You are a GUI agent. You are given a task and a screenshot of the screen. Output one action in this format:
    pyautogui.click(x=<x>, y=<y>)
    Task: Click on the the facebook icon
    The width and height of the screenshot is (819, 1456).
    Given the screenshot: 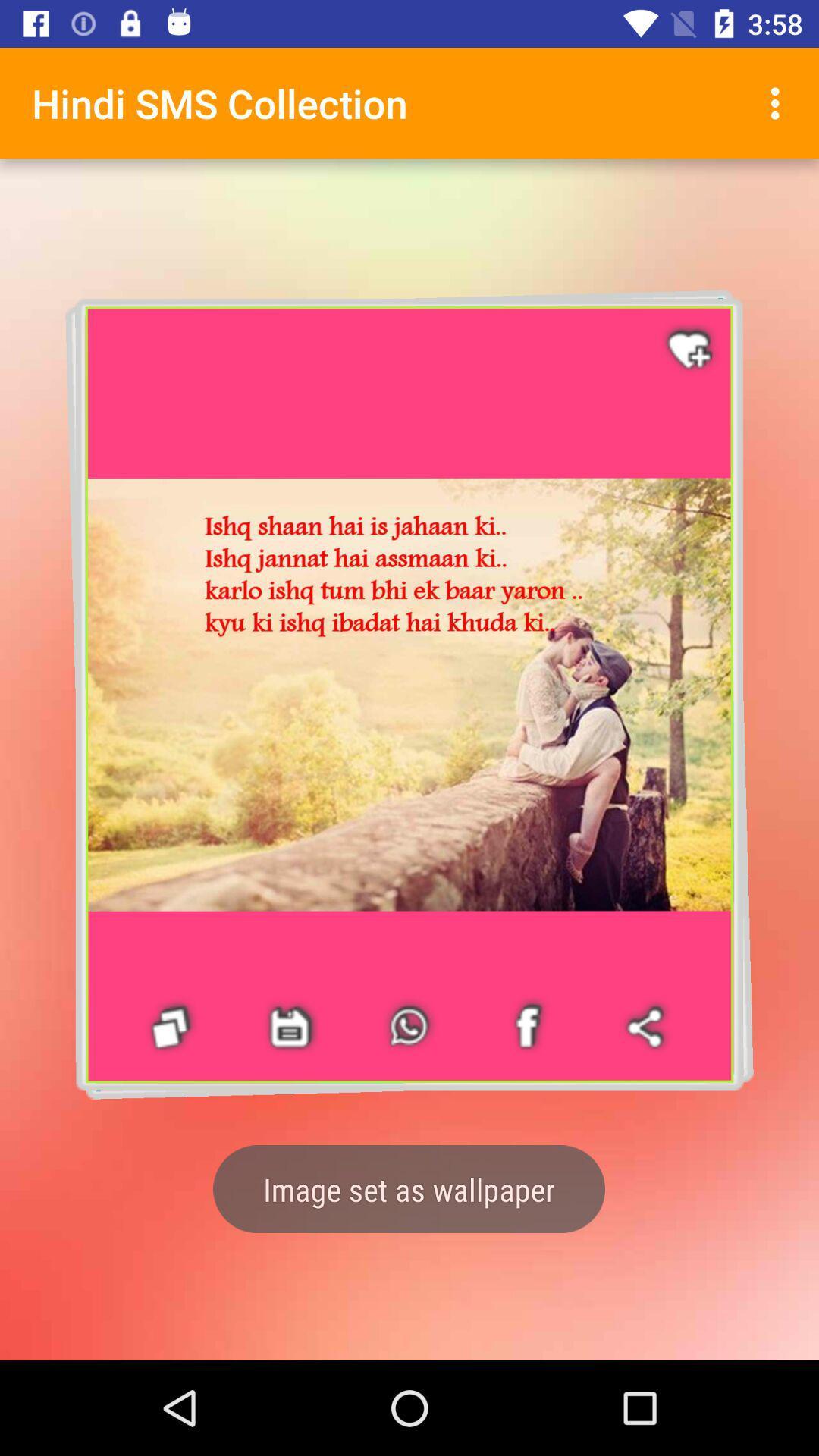 What is the action you would take?
    pyautogui.click(x=179, y=1032)
    